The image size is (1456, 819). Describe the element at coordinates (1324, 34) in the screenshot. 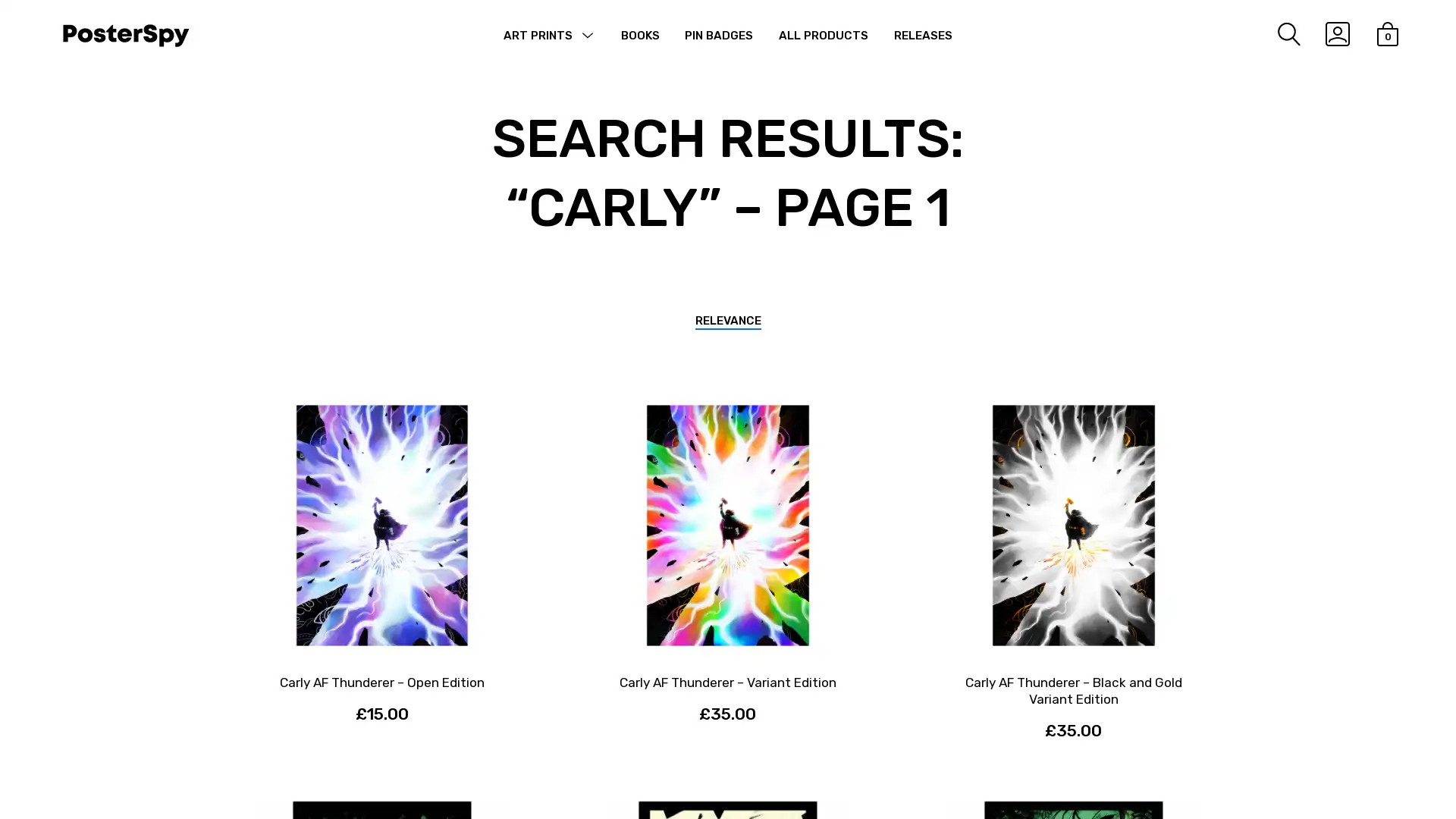

I see `GO TO MY ACCOUNT` at that location.